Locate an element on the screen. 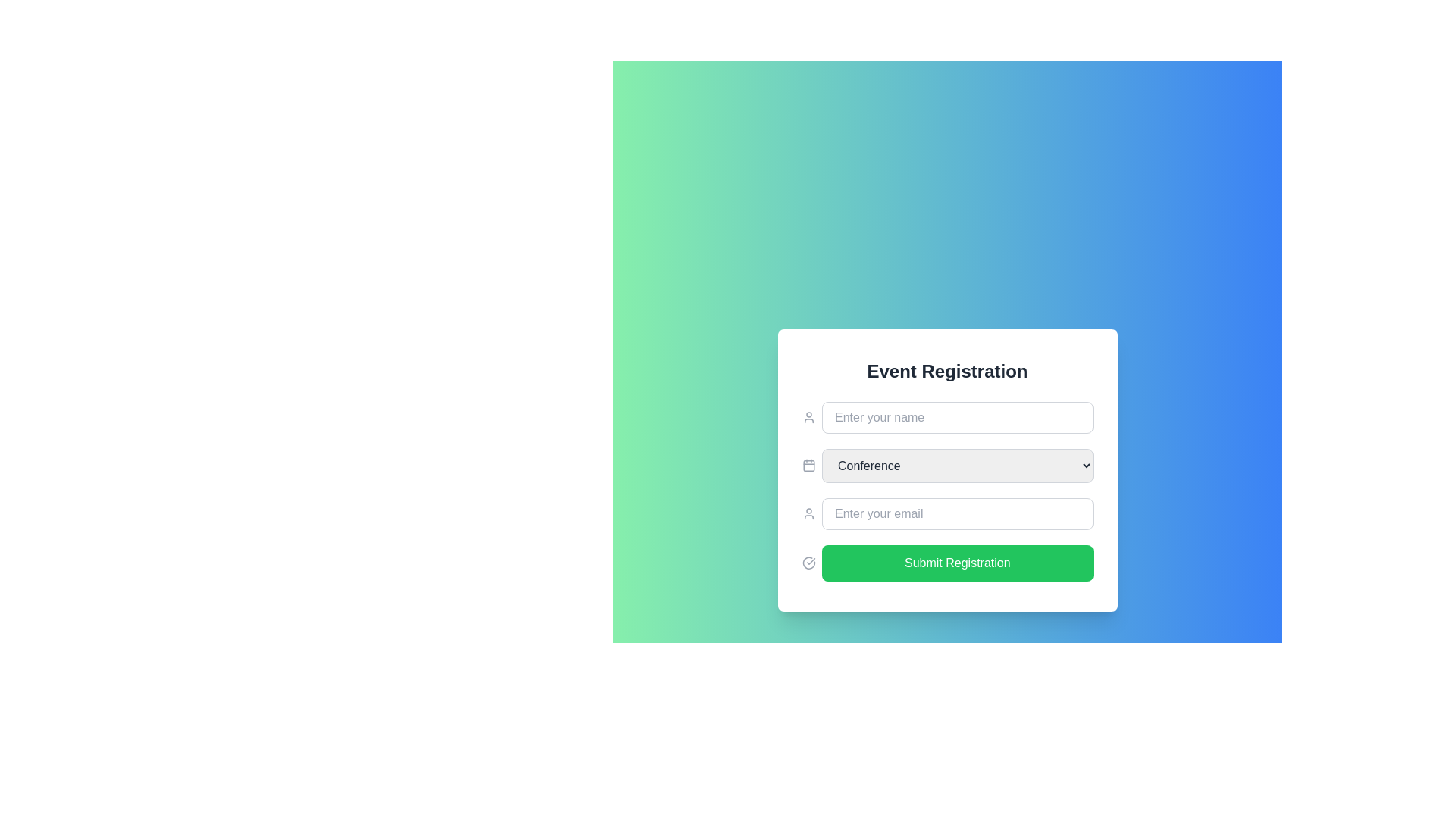 Image resolution: width=1456 pixels, height=819 pixels. the decorative calendar icon located on the left side of the 'Conference' dropdown, which visually indicates scheduling selection is located at coordinates (808, 464).